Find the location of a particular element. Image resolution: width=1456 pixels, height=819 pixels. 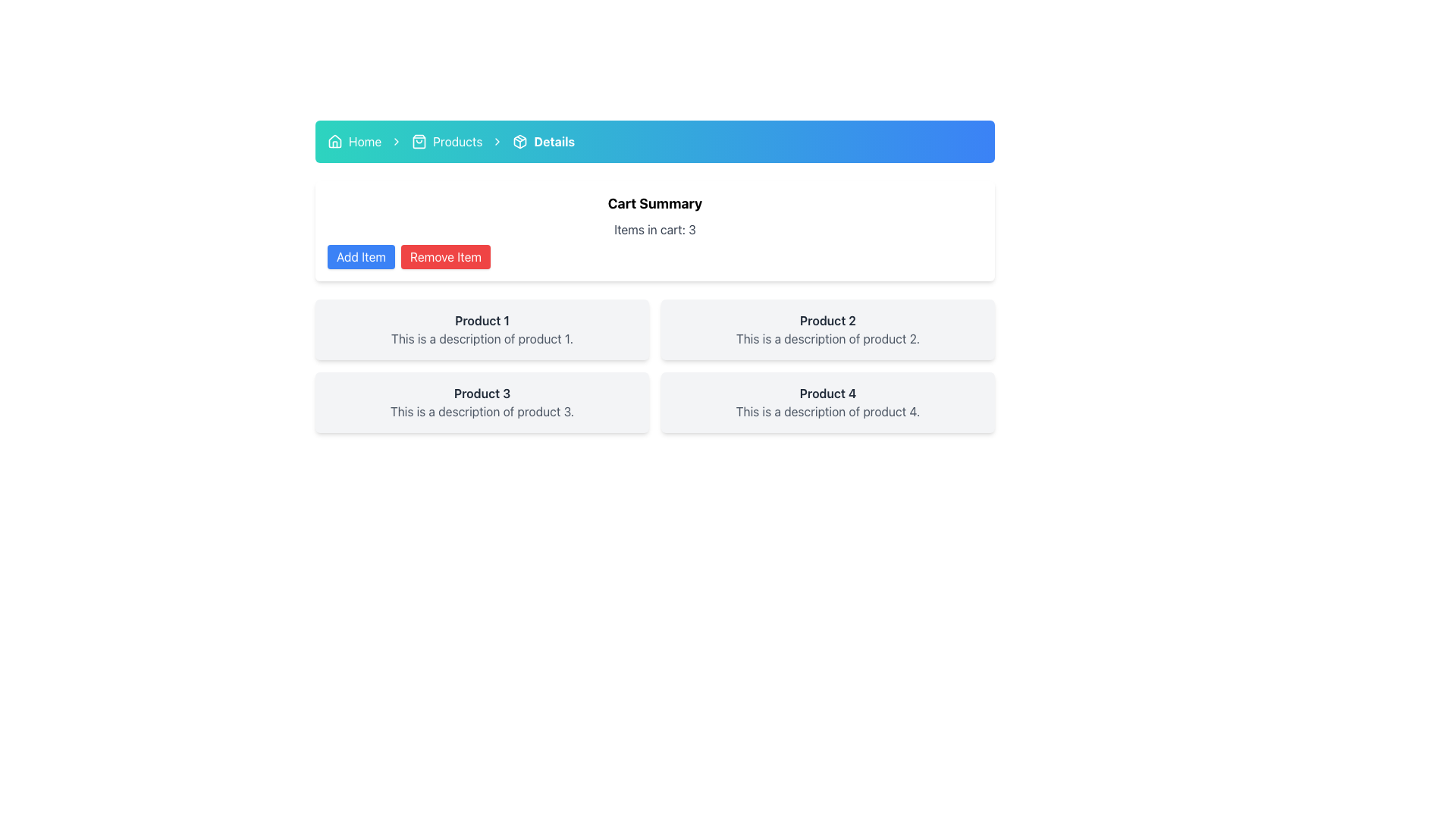

the text label displaying 'This is a description of product 2.' which is located beneath the title 'Product 2' in a light gray card is located at coordinates (827, 338).